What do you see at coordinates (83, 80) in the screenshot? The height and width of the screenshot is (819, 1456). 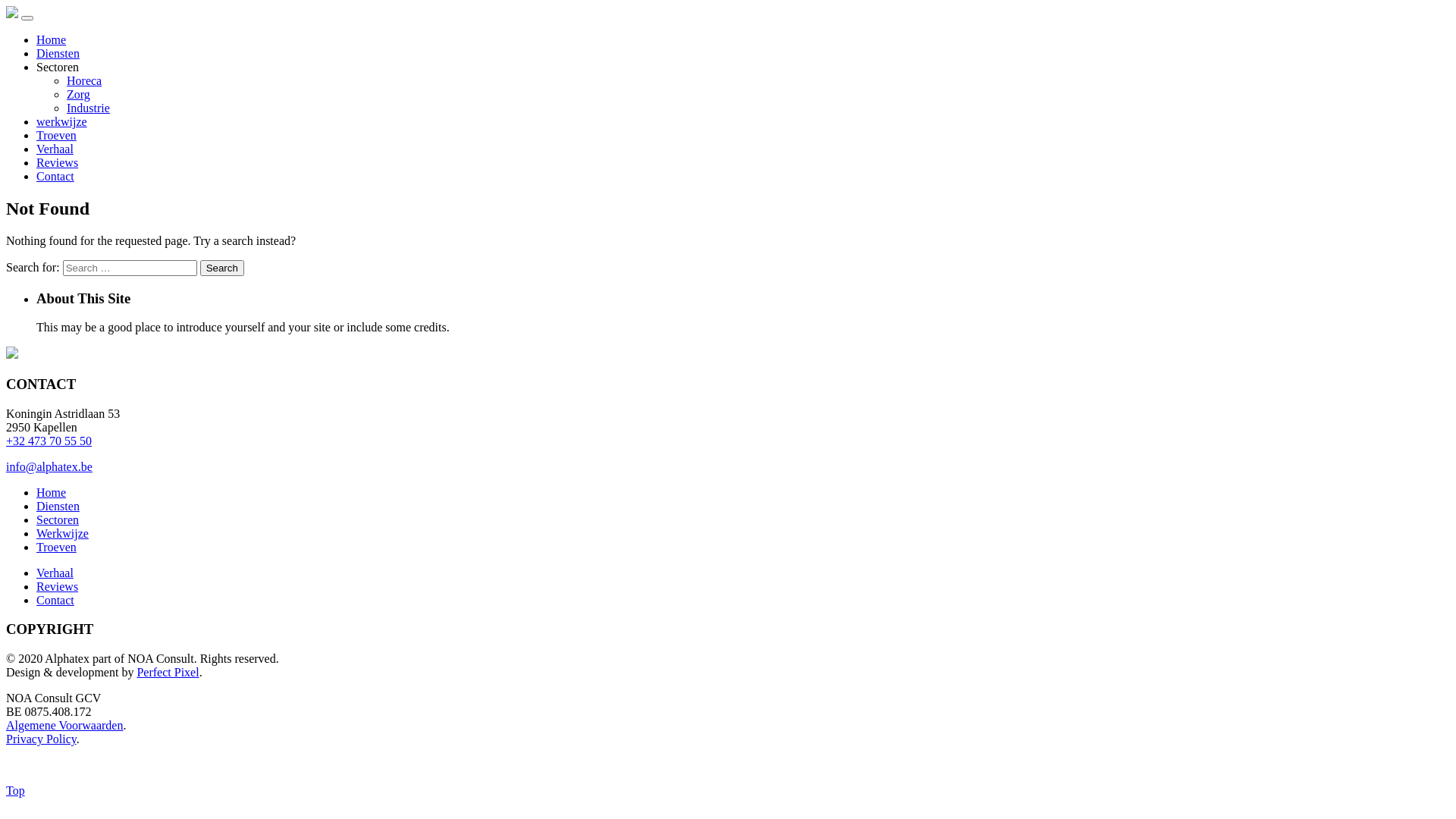 I see `'Horeca'` at bounding box center [83, 80].